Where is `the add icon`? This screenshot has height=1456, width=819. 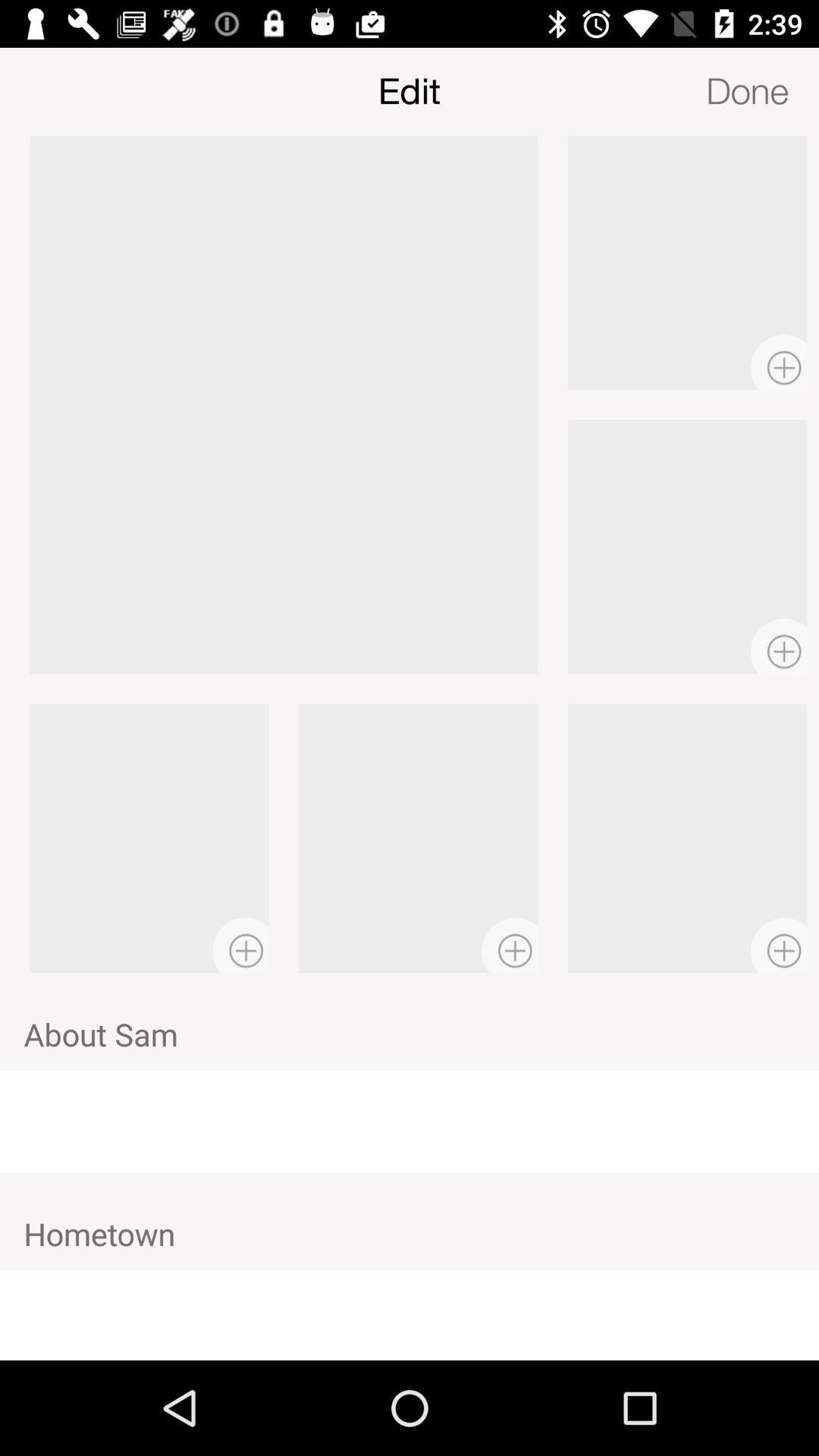
the add icon is located at coordinates (510, 944).